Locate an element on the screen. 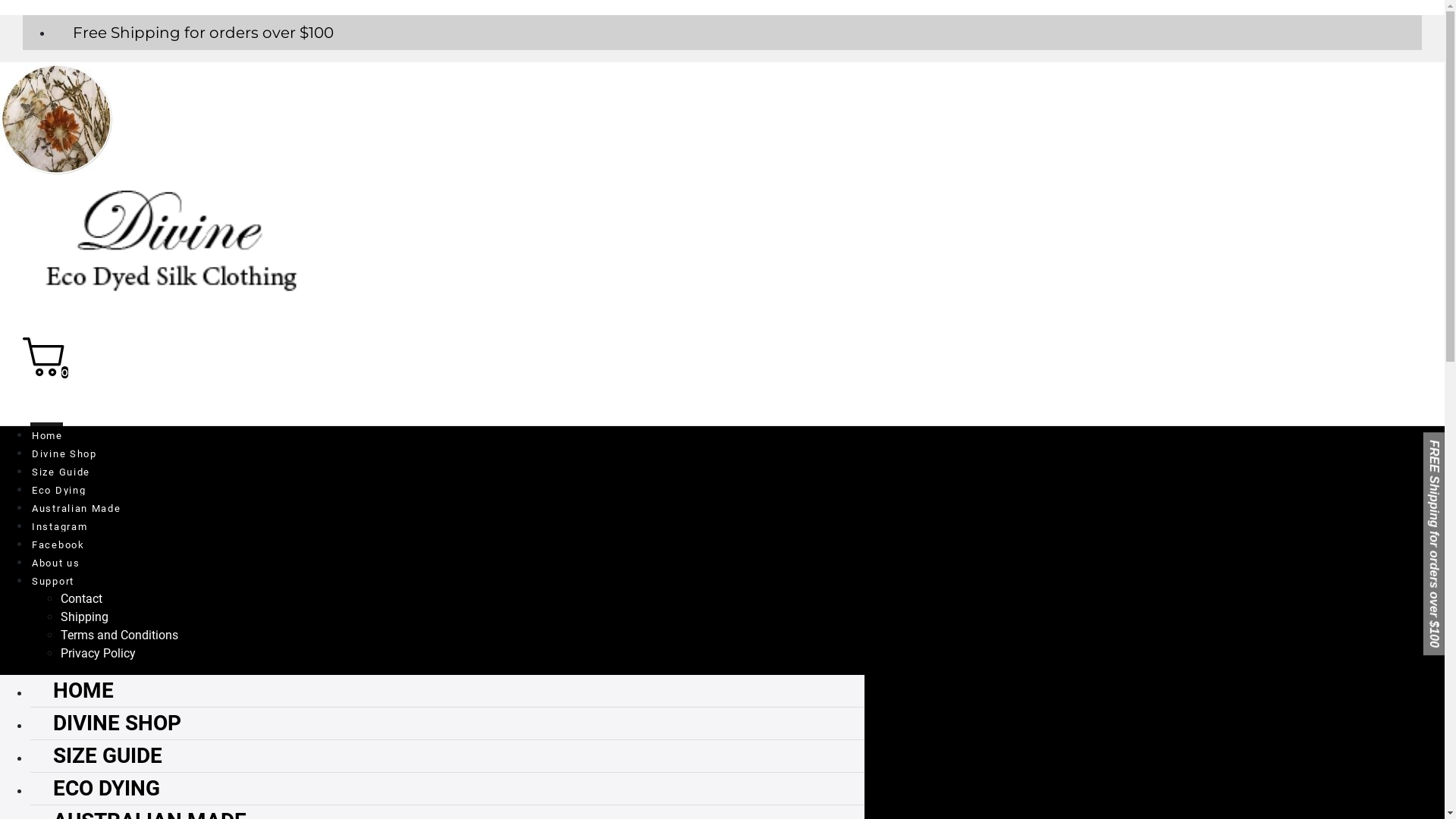 The image size is (1456, 819). 'Home' is located at coordinates (46, 432).